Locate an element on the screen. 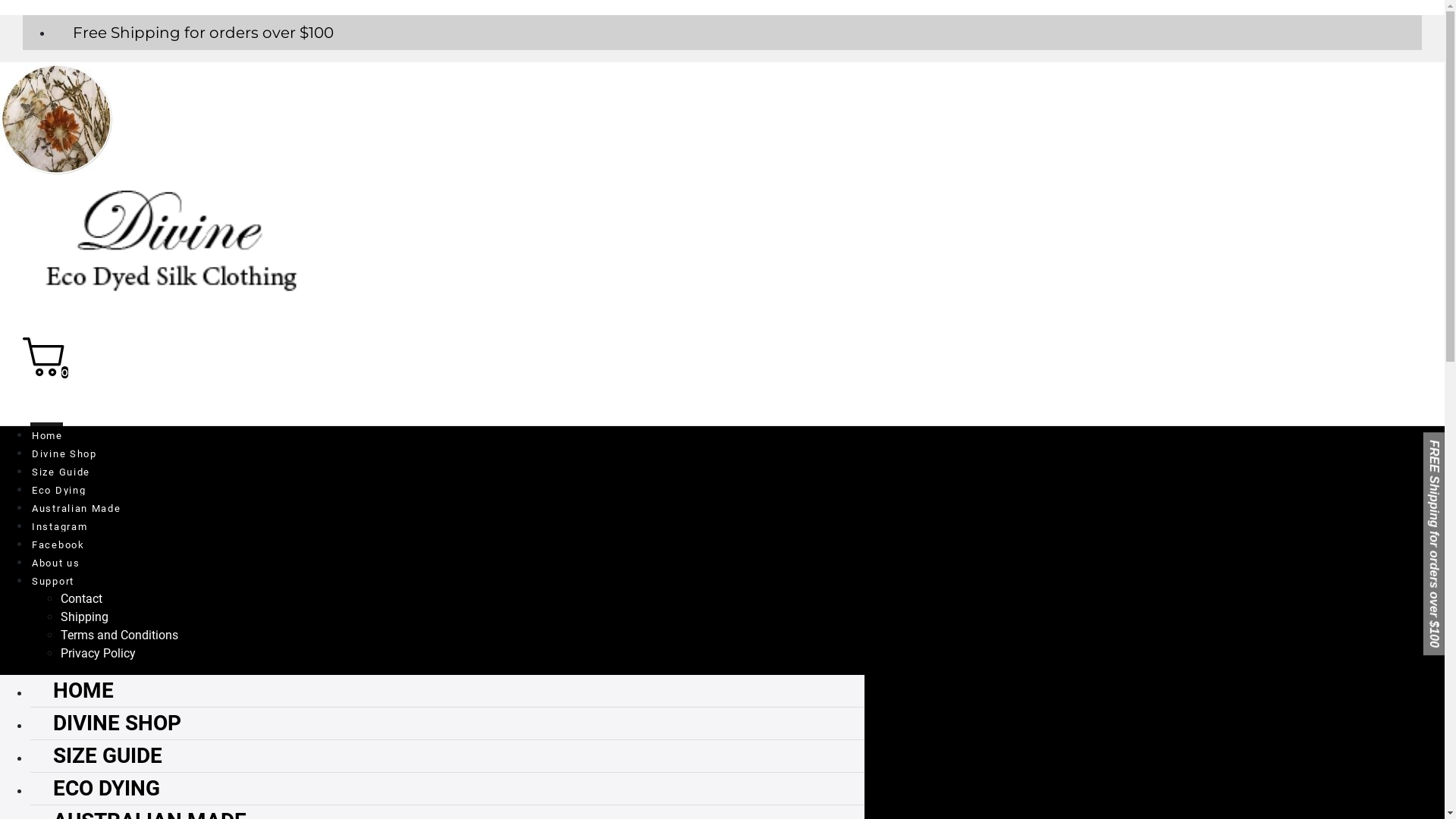 The image size is (1456, 819). 'Home' is located at coordinates (46, 432).